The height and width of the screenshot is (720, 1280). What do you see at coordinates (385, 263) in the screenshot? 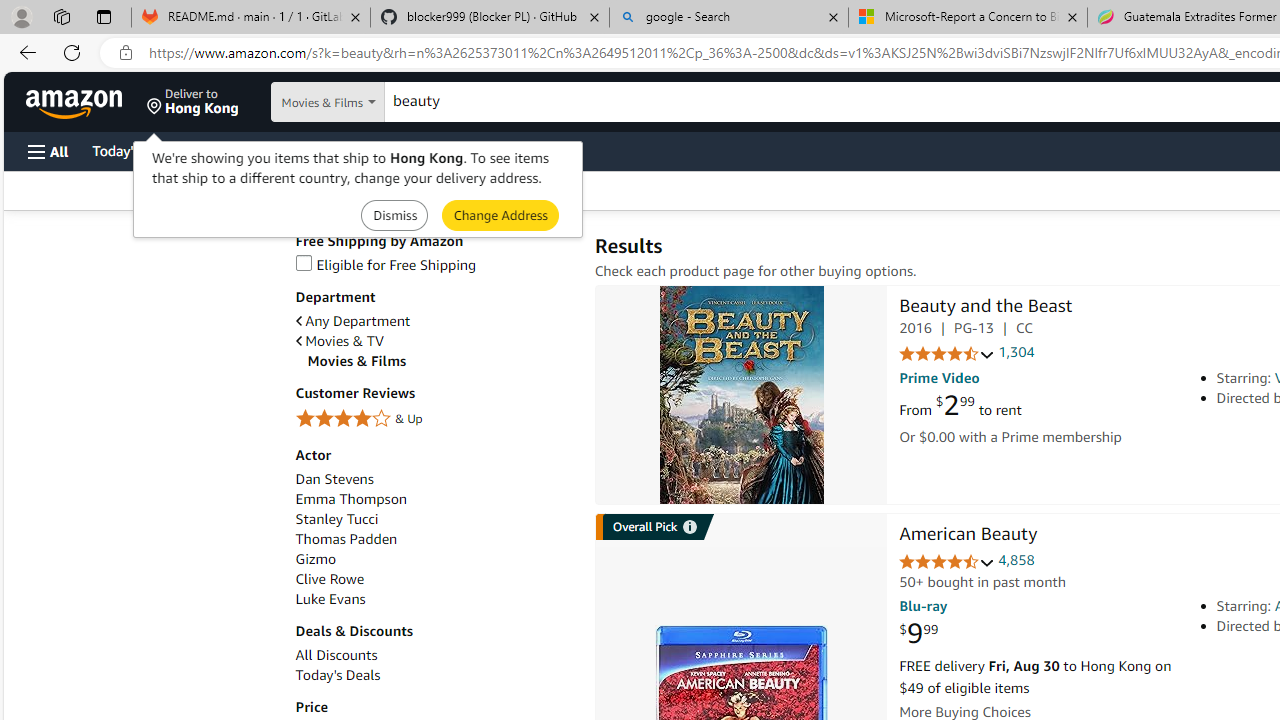
I see `'Eligible for Free Shipping'` at bounding box center [385, 263].